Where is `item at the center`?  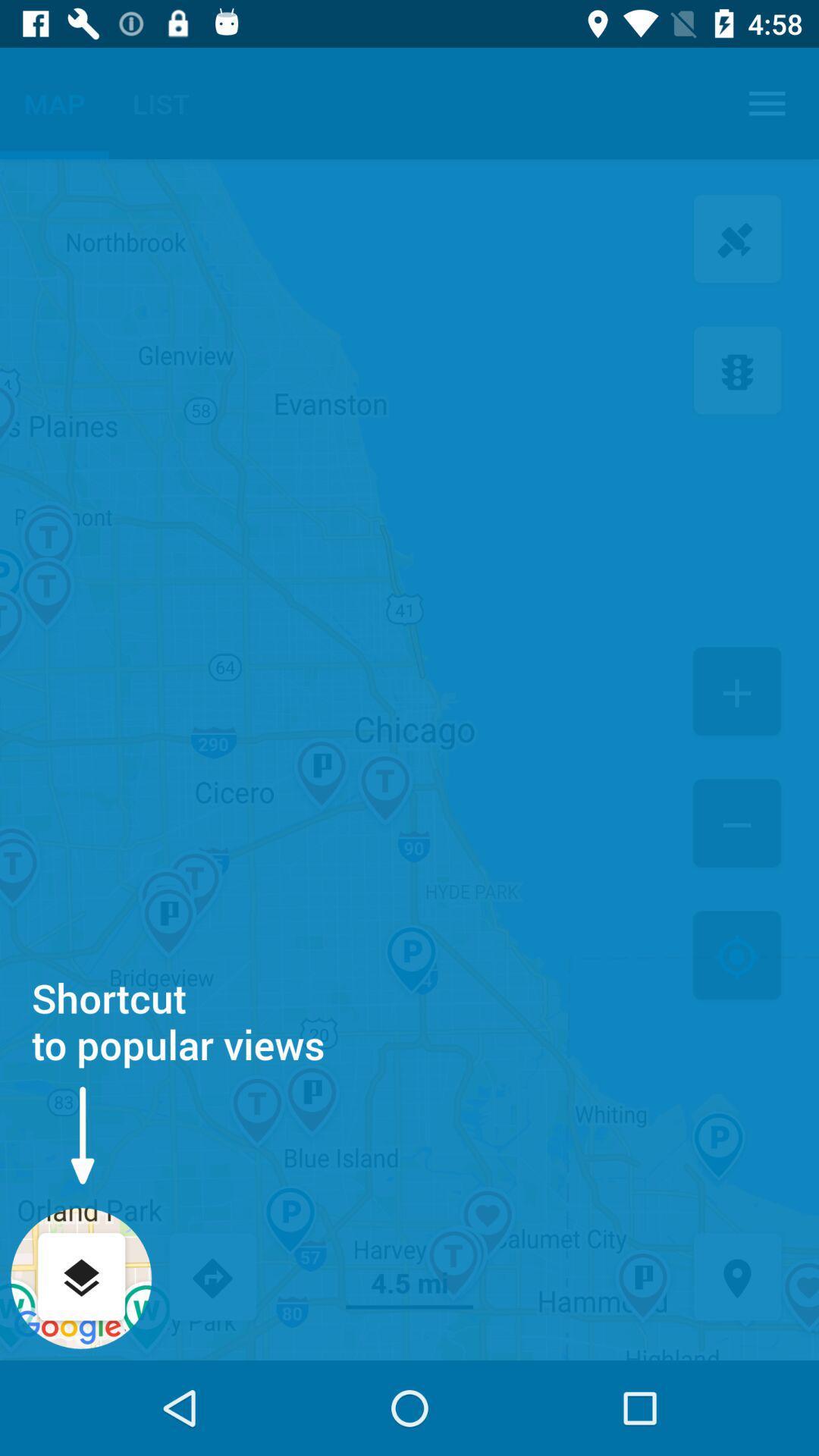 item at the center is located at coordinates (409, 760).